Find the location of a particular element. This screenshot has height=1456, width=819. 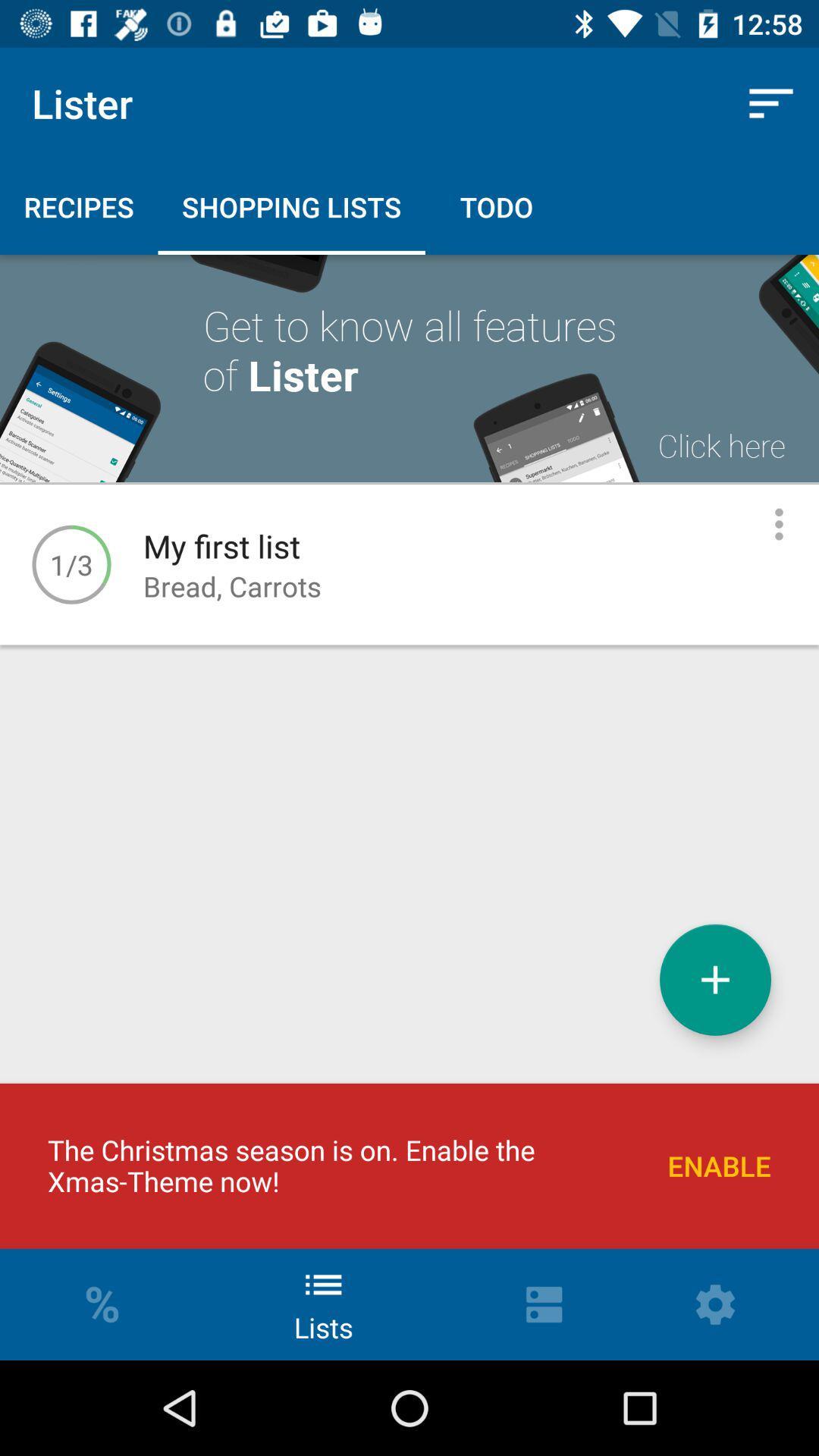

the icon below the bread, carrots is located at coordinates (715, 980).